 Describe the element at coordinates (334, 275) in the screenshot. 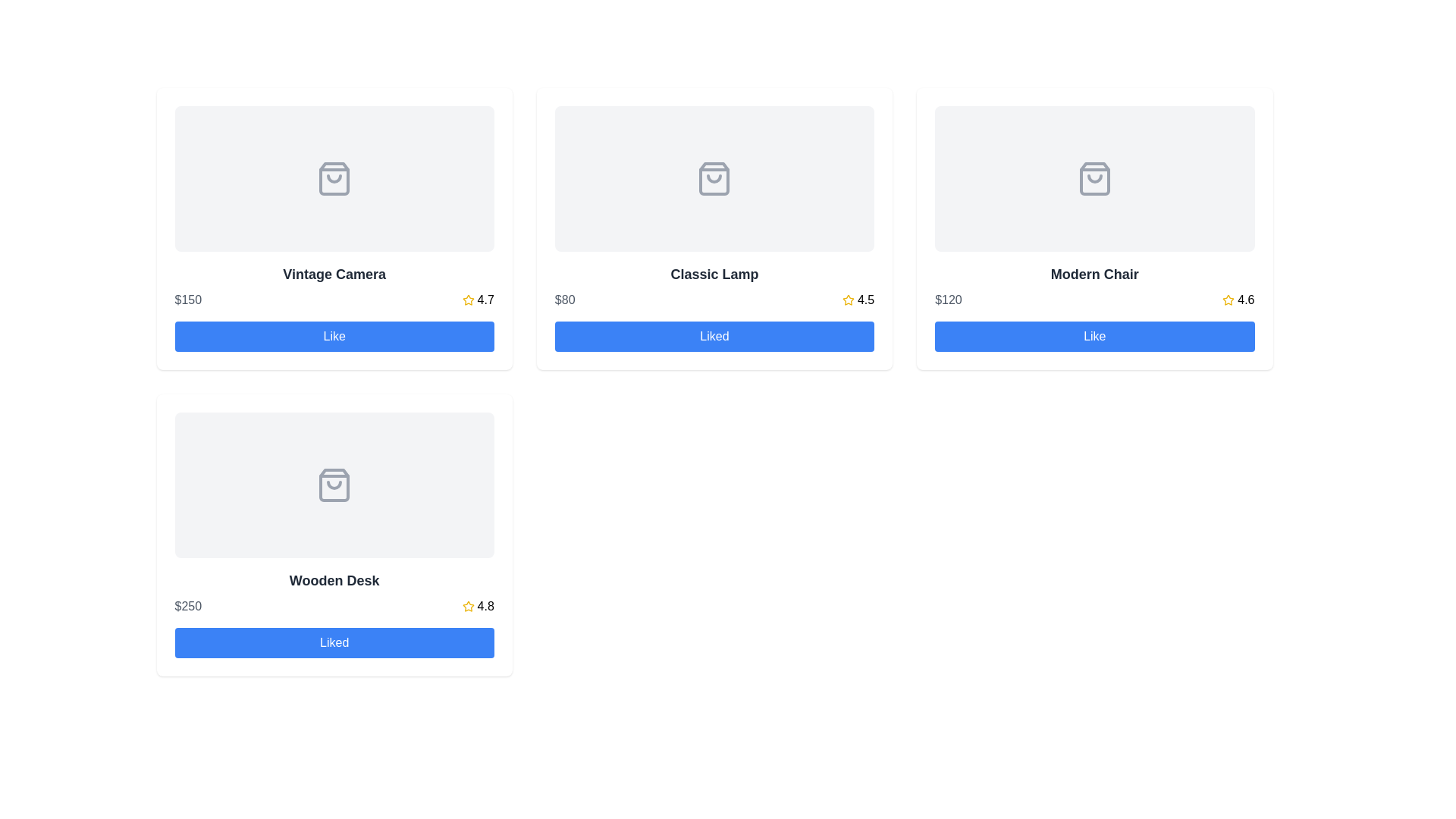

I see `text displayed in the 'Vintage Camera' label, which is a bold, large, dark gray text located below the image in the leftmost card of the first row` at that location.